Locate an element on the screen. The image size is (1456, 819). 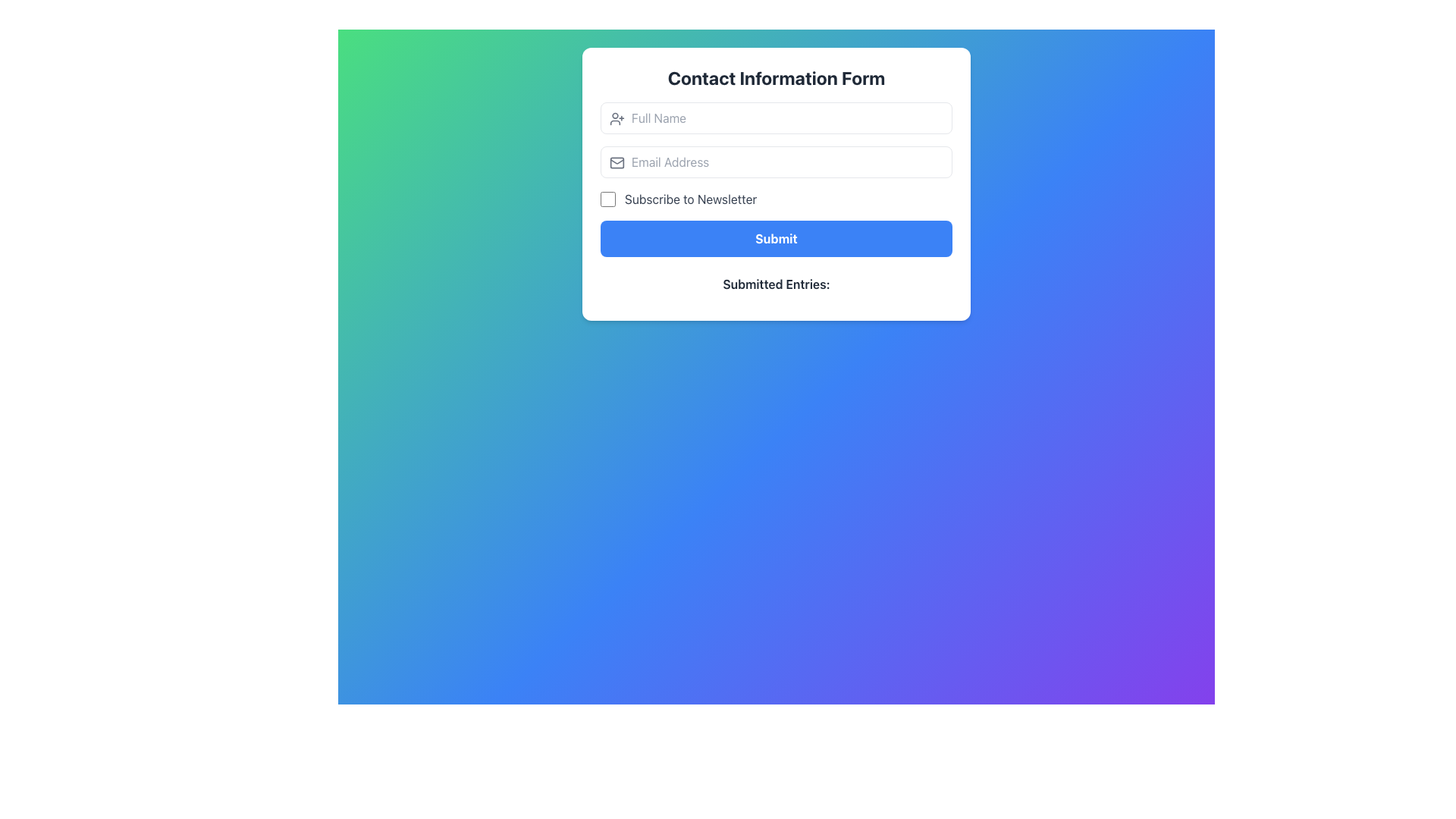
the 'Submit' button, which is a horizontally elongated button with rounded corners and a vivid blue background, to change its color is located at coordinates (776, 239).